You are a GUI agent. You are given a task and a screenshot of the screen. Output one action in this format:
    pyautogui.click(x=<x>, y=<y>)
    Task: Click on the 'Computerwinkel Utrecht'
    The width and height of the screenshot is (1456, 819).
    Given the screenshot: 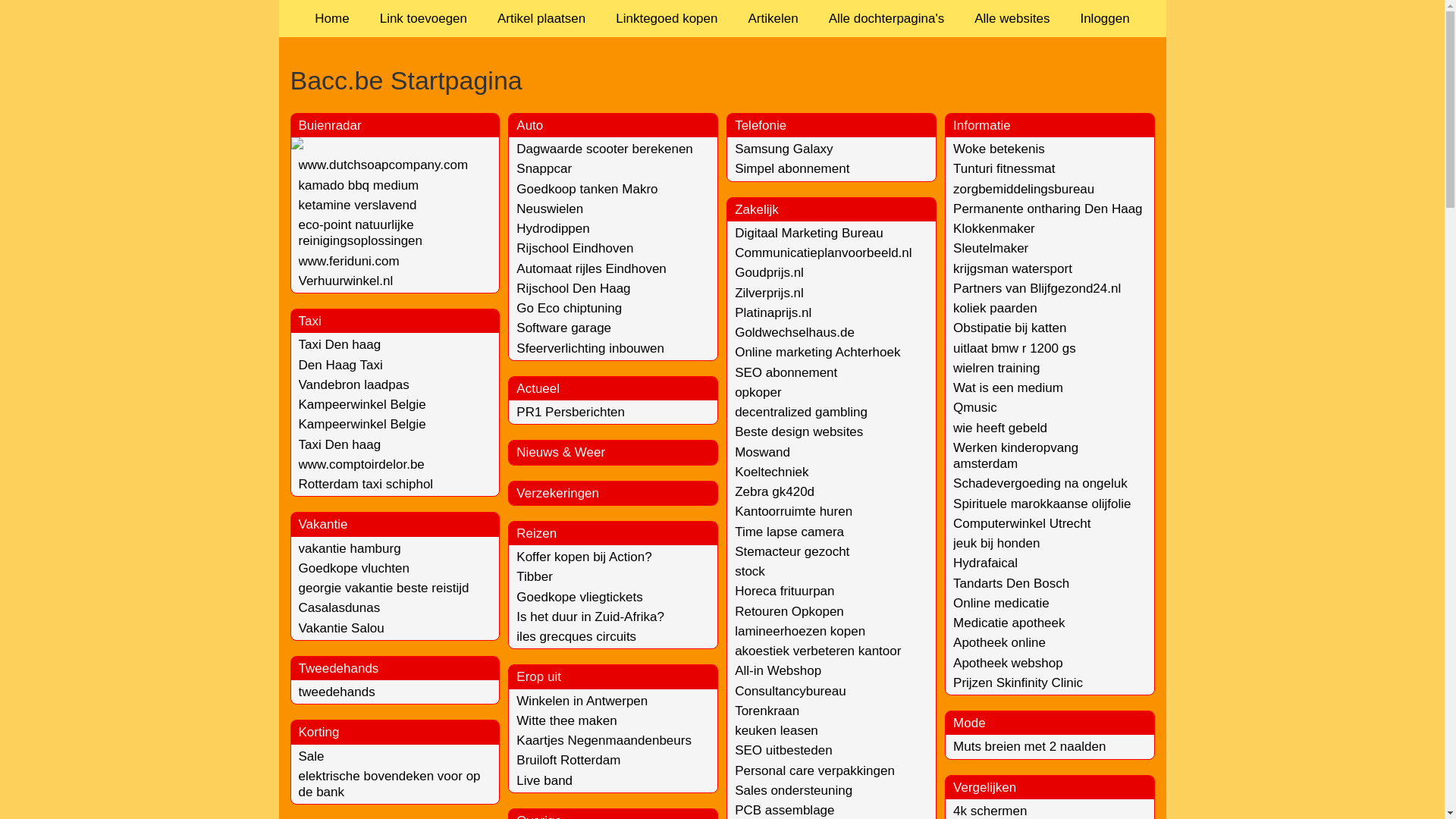 What is the action you would take?
    pyautogui.click(x=952, y=522)
    